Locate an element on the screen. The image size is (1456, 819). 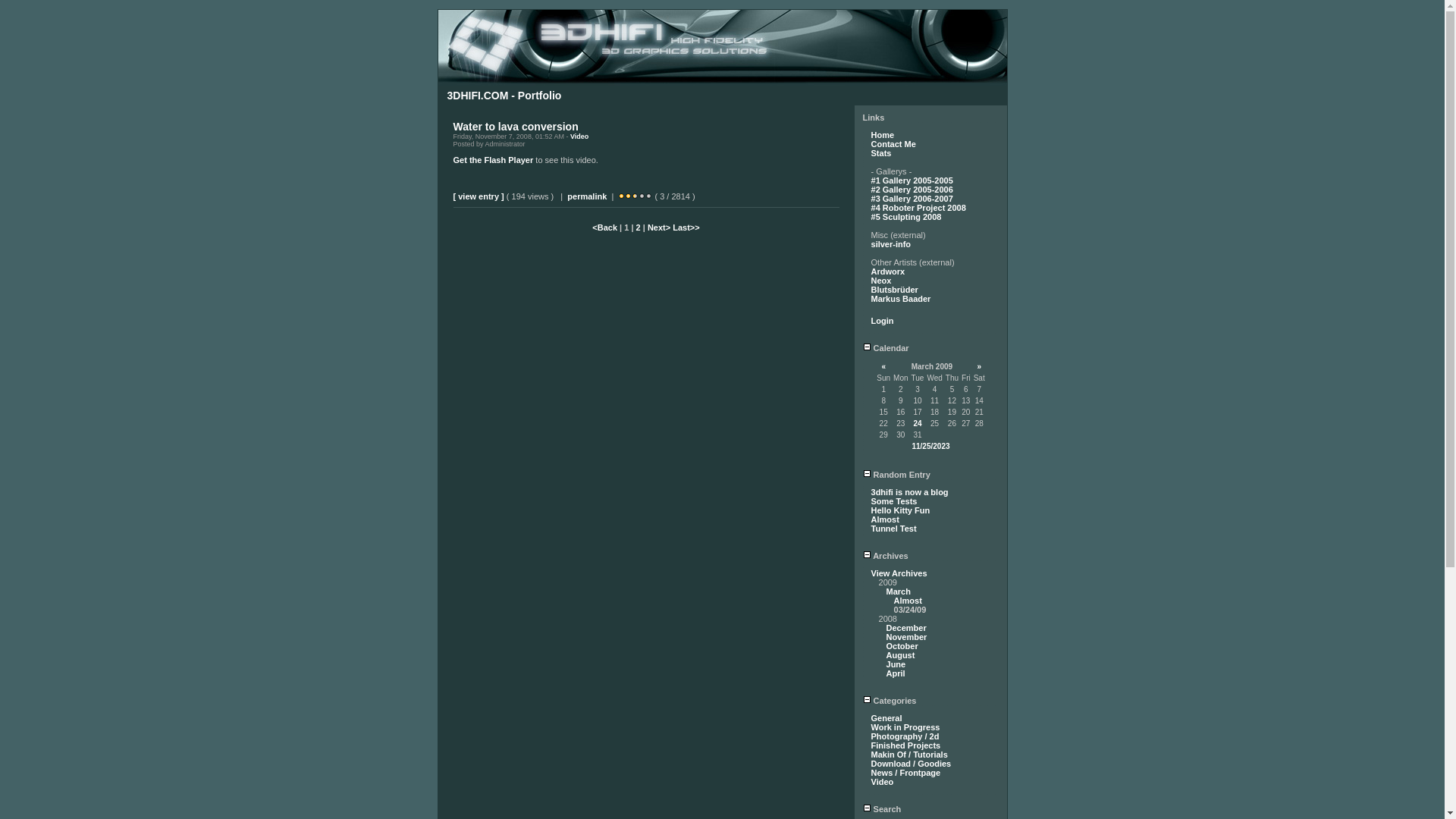
'Click to Rate Entry' is located at coordinates (628, 195).